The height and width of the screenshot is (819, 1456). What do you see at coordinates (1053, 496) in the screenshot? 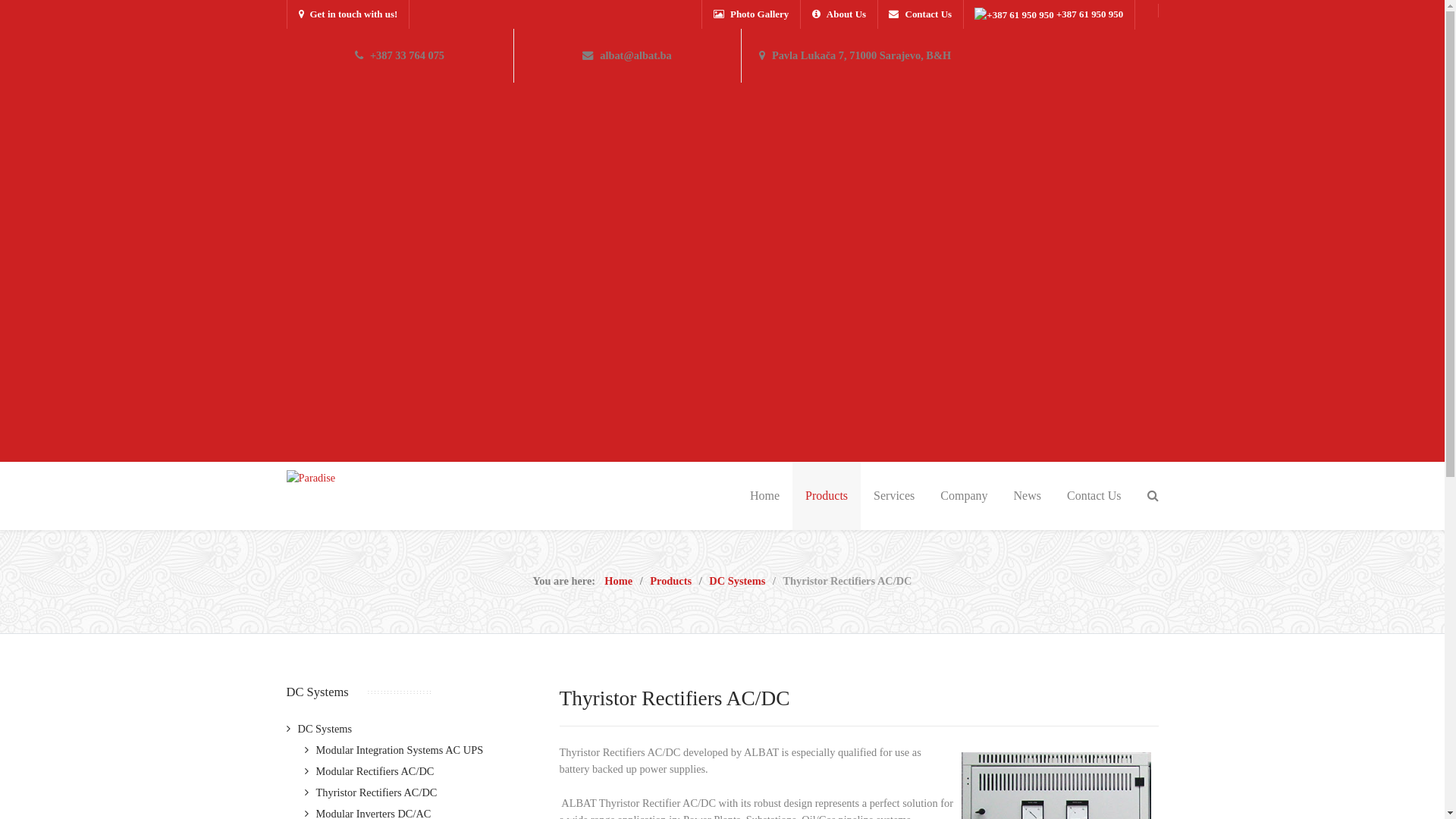
I see `'Contact Us'` at bounding box center [1053, 496].